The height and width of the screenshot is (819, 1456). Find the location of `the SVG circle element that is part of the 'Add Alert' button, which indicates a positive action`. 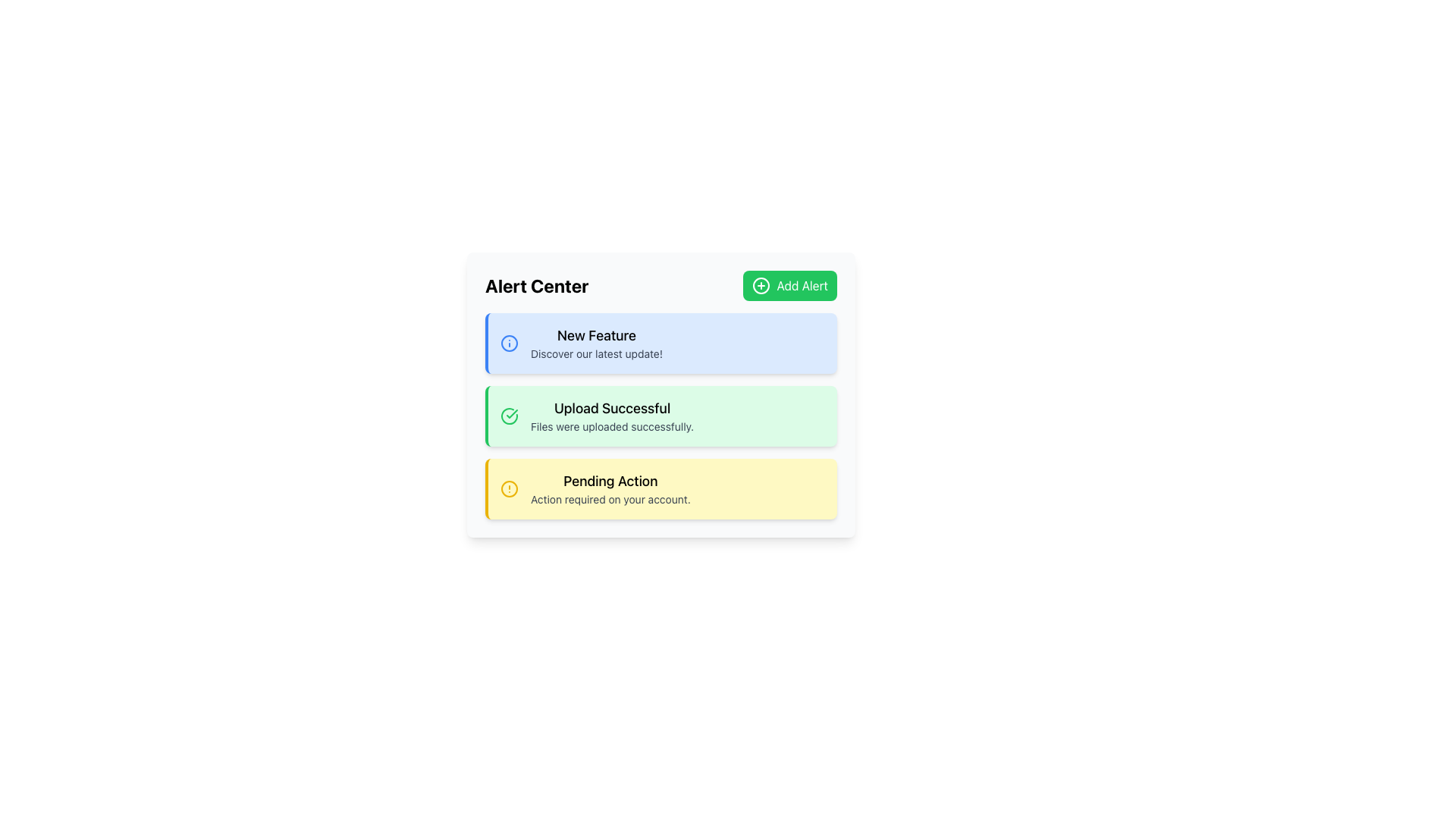

the SVG circle element that is part of the 'Add Alert' button, which indicates a positive action is located at coordinates (761, 286).